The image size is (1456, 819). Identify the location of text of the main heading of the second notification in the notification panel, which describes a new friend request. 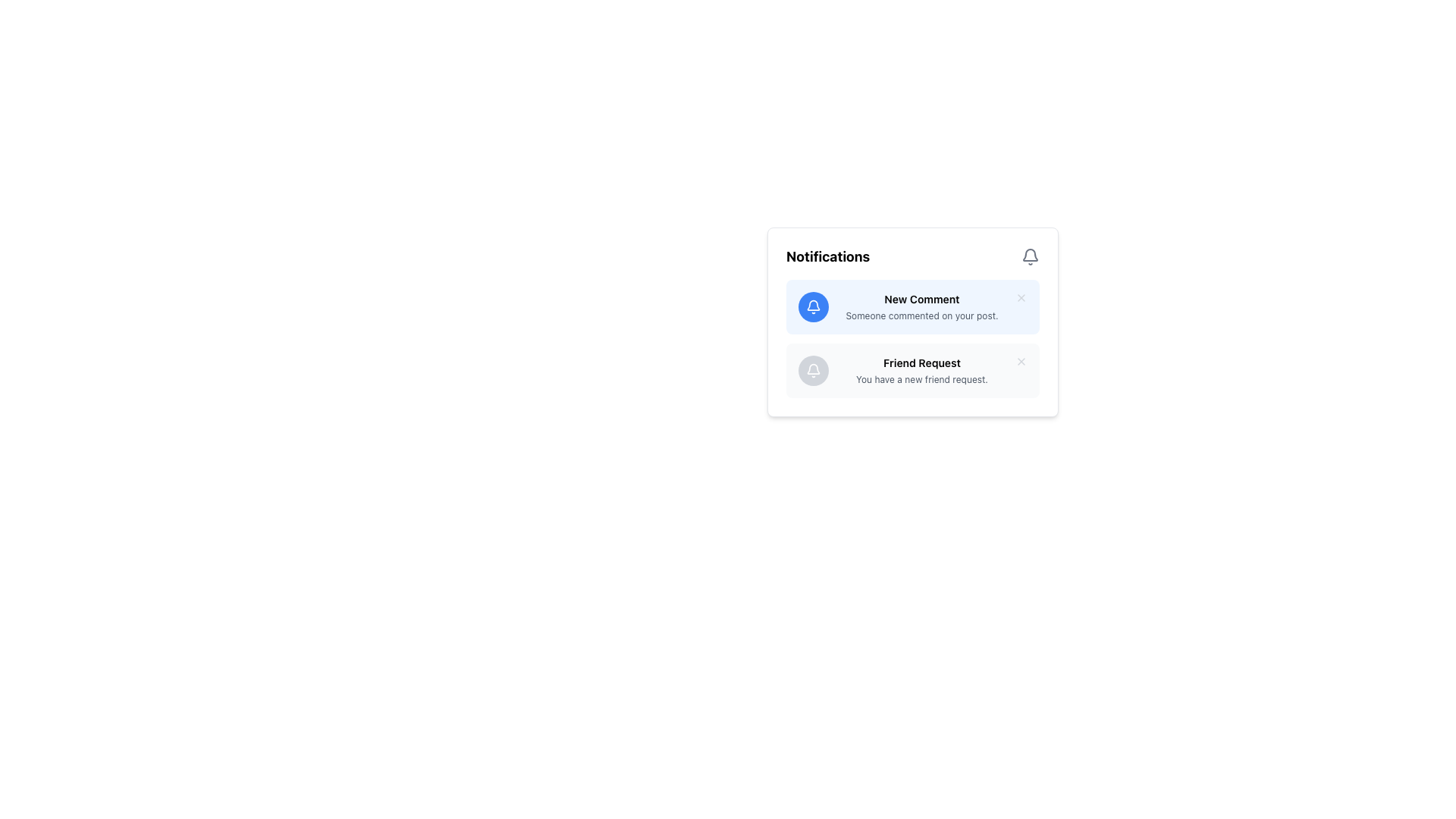
(921, 362).